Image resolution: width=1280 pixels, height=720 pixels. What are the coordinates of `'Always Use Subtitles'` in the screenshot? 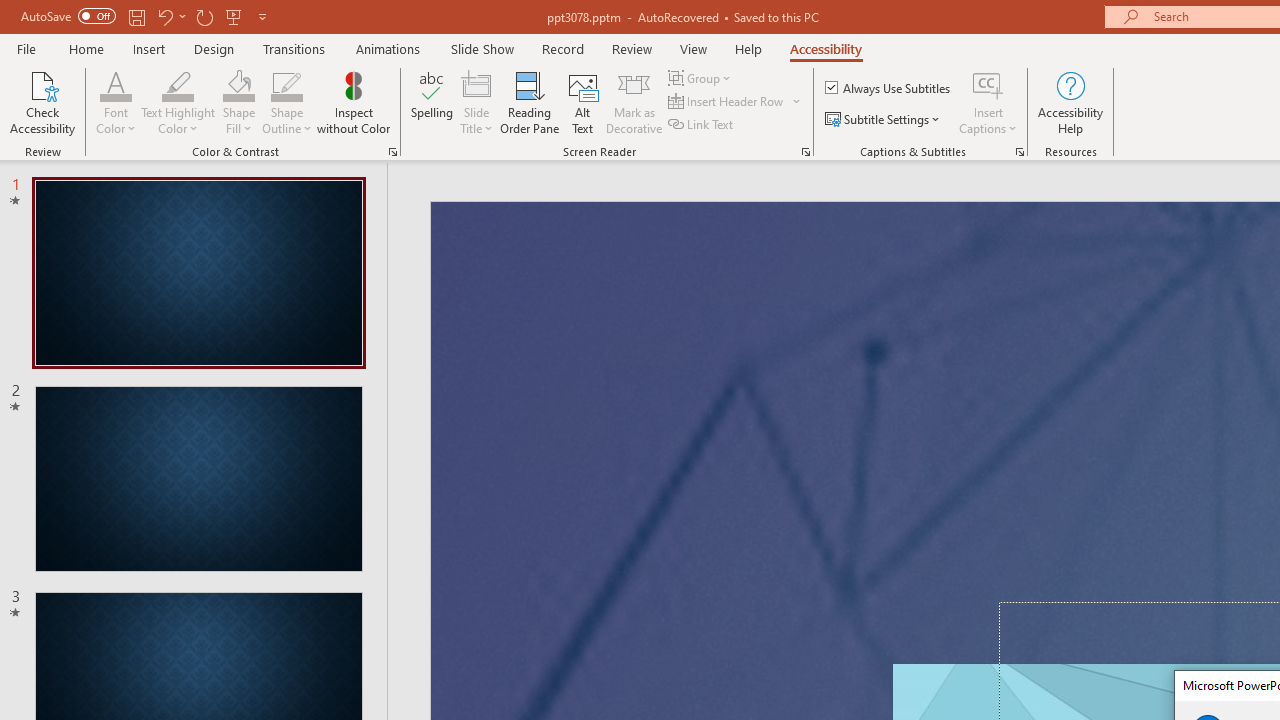 It's located at (888, 86).